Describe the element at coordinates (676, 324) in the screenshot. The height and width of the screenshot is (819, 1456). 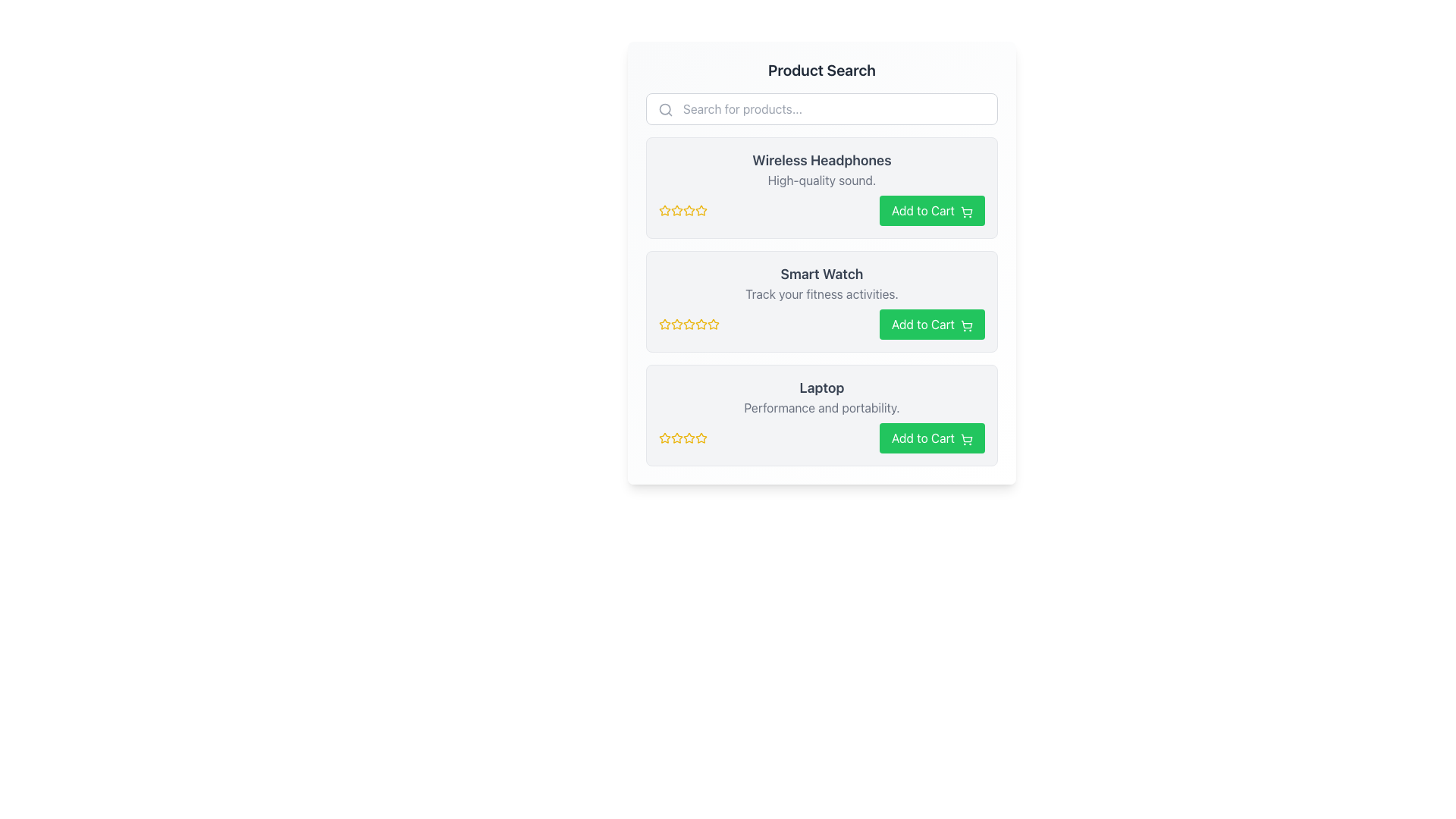
I see `the third yellow star icon in the rating component of the 'Smart Watch' product card` at that location.